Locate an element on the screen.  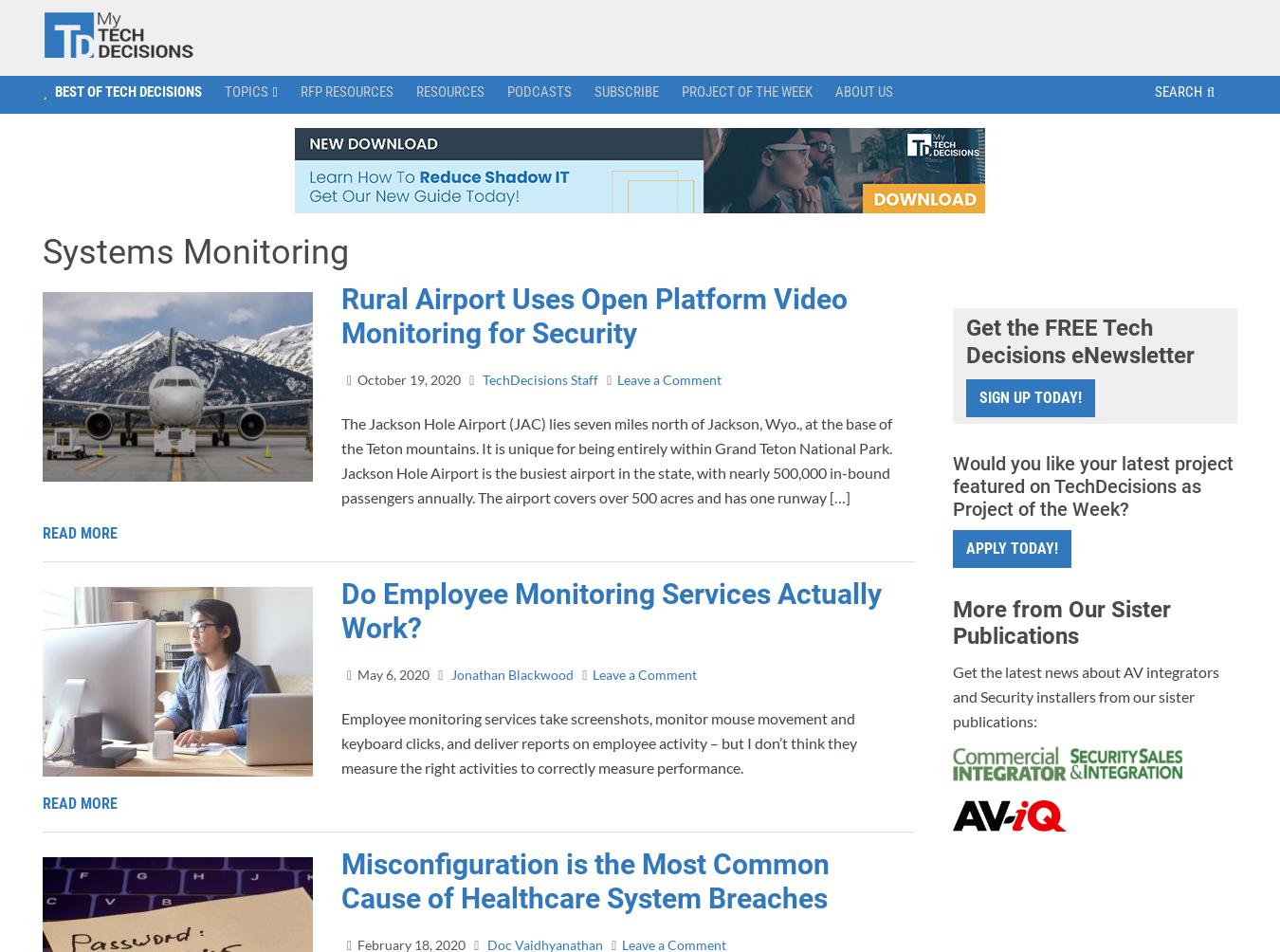
'Jonathan Blackwood' is located at coordinates (510, 672).